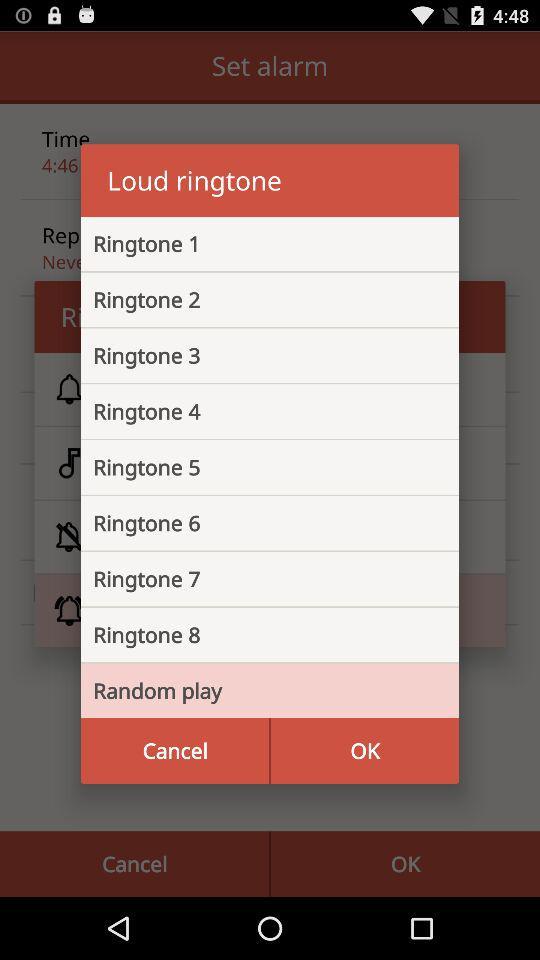 The image size is (540, 960). What do you see at coordinates (254, 522) in the screenshot?
I see `the ringtone 6 item` at bounding box center [254, 522].